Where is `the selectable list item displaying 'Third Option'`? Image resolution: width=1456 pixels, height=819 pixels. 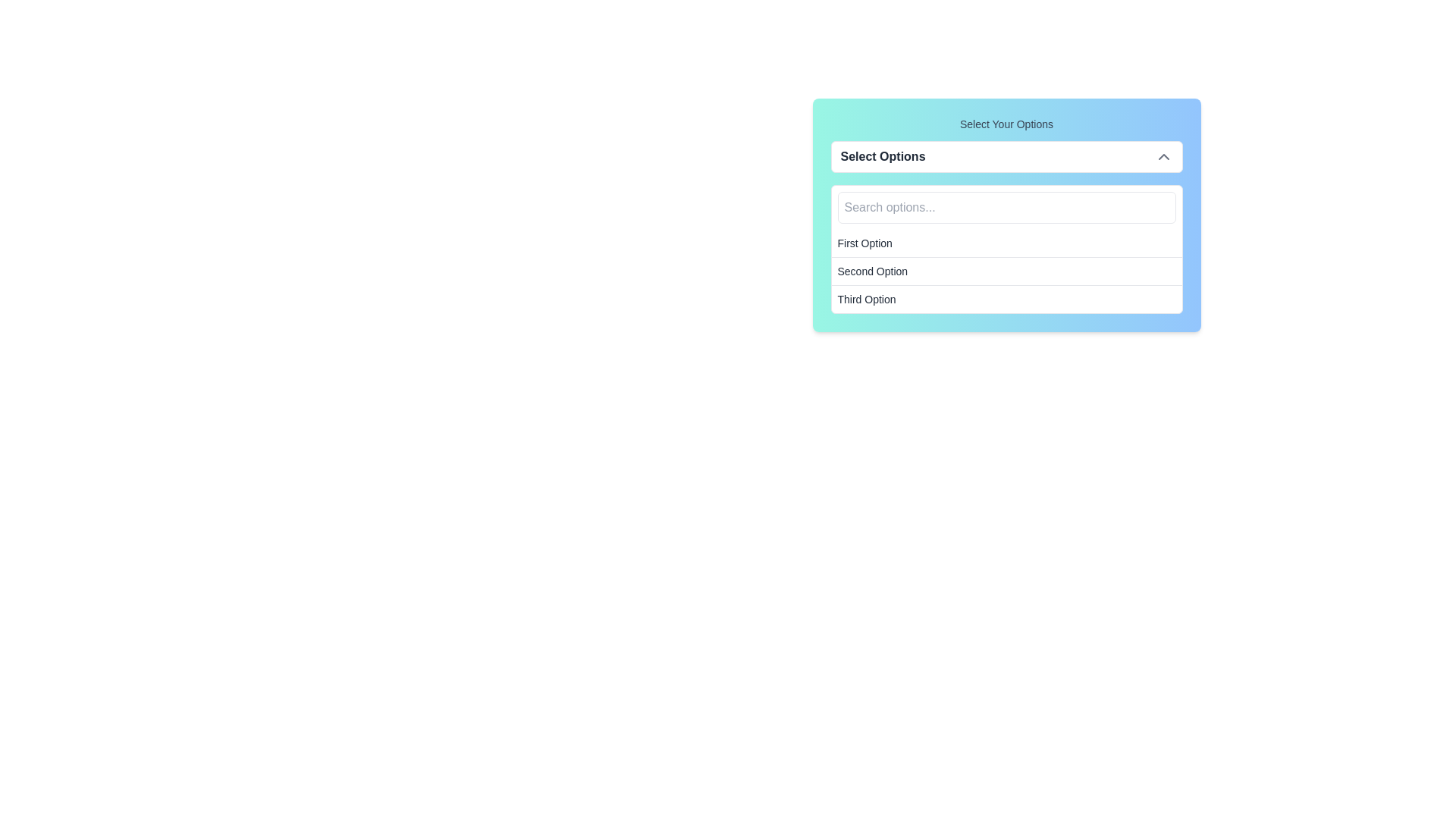 the selectable list item displaying 'Third Option' is located at coordinates (1006, 299).